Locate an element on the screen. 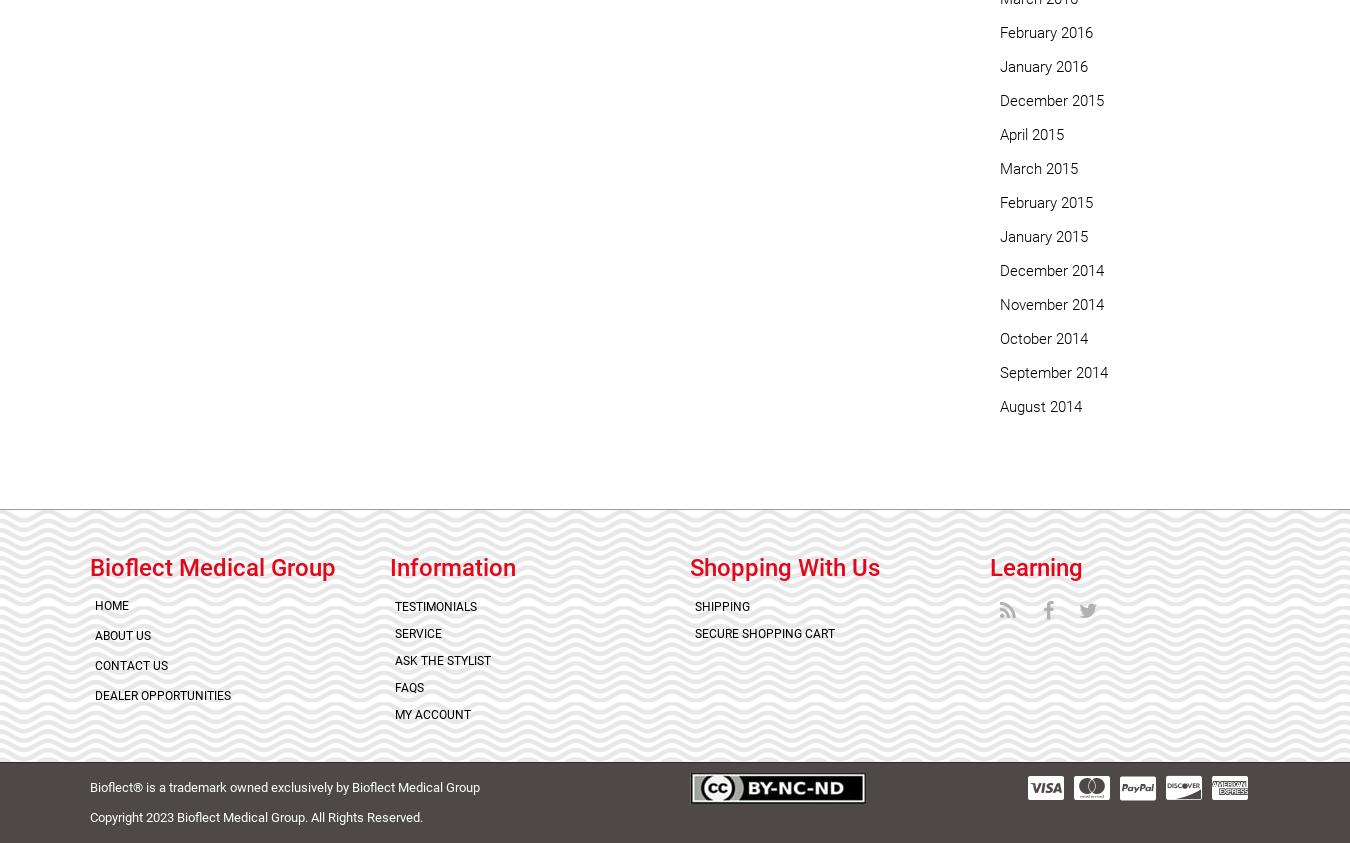  'Service' is located at coordinates (418, 633).